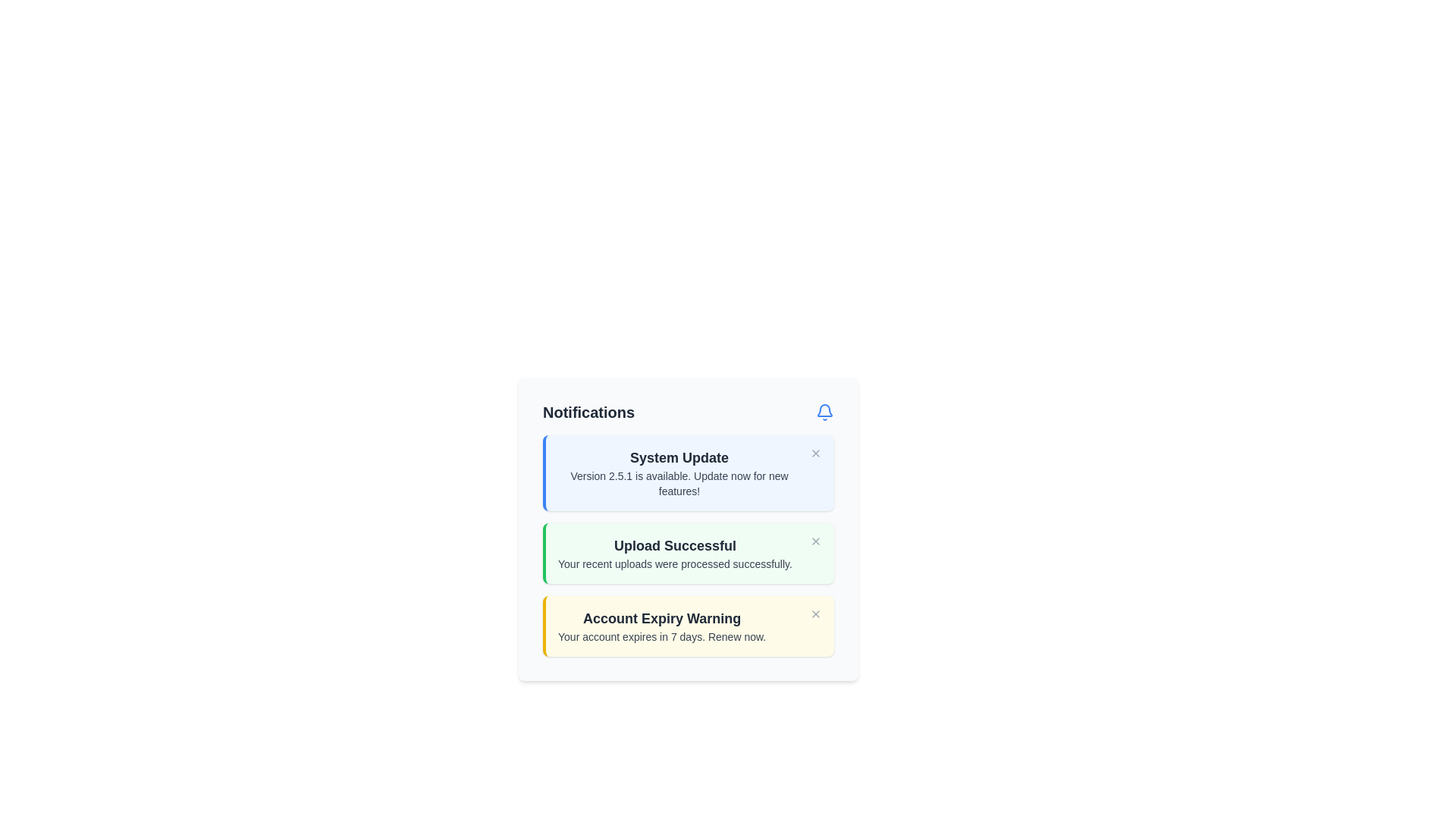 Image resolution: width=1456 pixels, height=819 pixels. What do you see at coordinates (674, 564) in the screenshot?
I see `the success message text that informs the user of a completed upload process, located below the 'Upload Successful' title in the notification box` at bounding box center [674, 564].